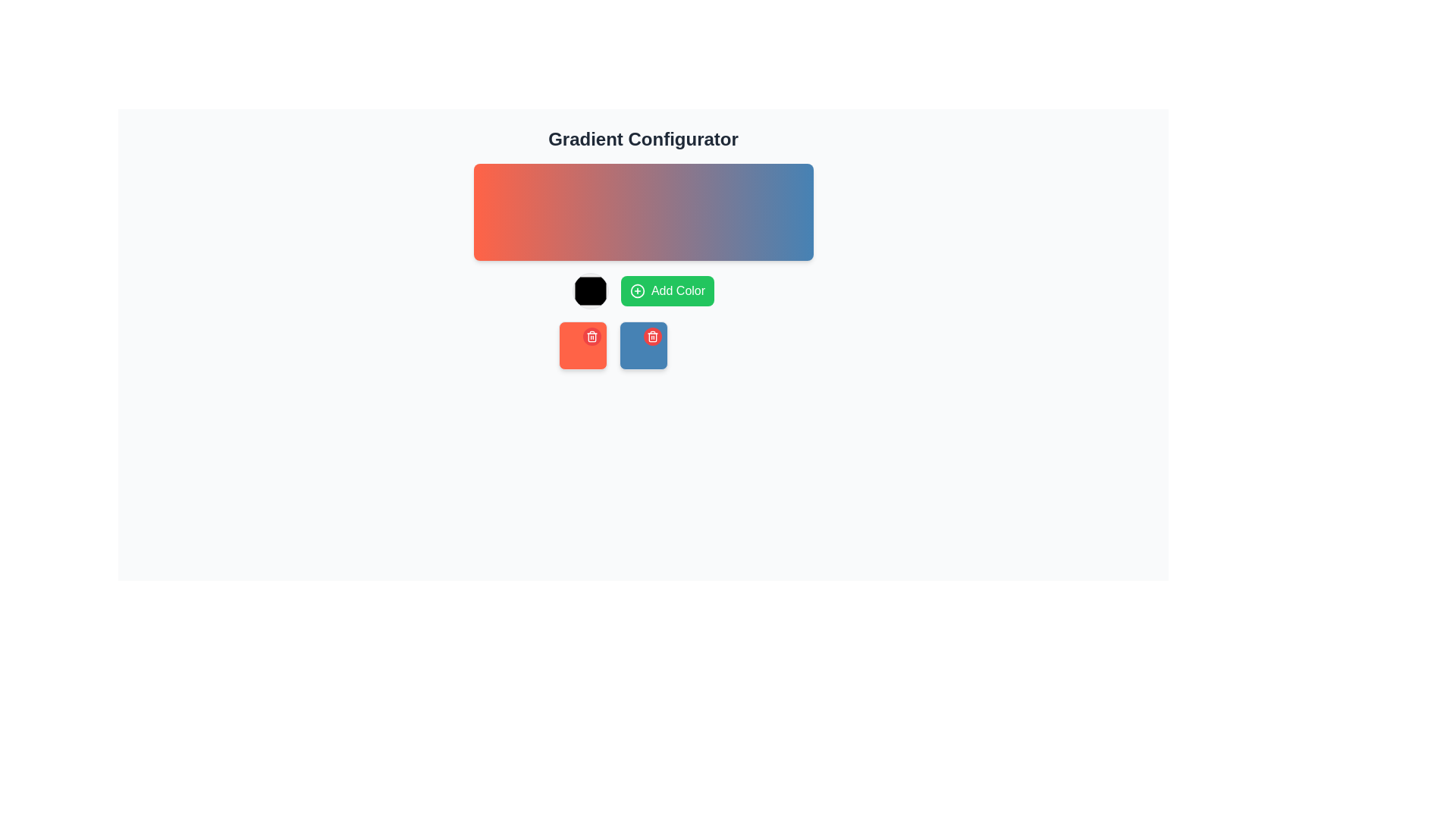 The height and width of the screenshot is (819, 1456). Describe the element at coordinates (652, 335) in the screenshot. I see `the circular red button with a trash can icon located at the top-right corner of the blue card` at that location.